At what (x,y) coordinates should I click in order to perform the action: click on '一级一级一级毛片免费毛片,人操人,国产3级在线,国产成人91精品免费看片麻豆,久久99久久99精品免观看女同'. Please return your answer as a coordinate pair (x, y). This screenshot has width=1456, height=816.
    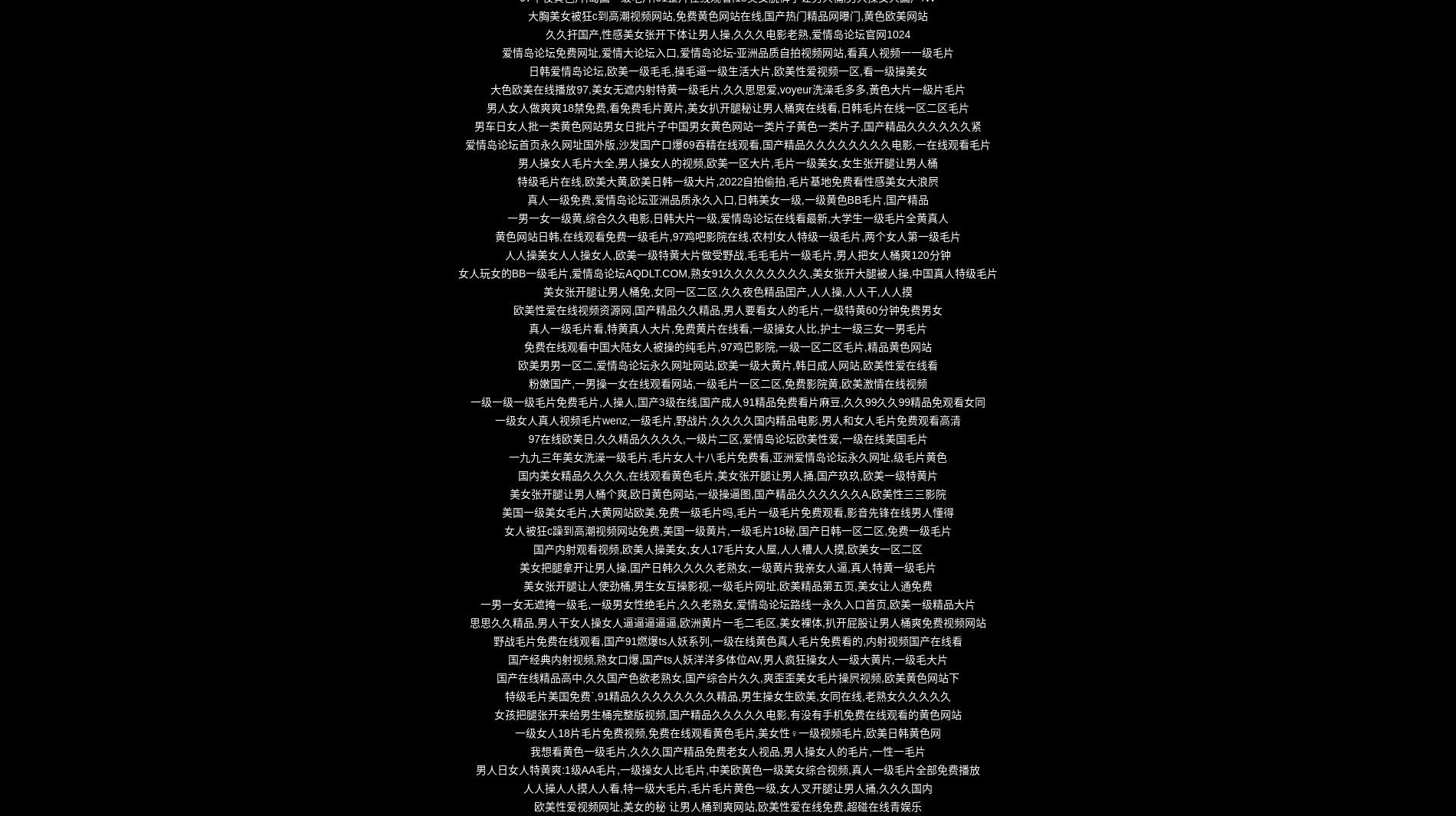
    Looking at the image, I should click on (726, 401).